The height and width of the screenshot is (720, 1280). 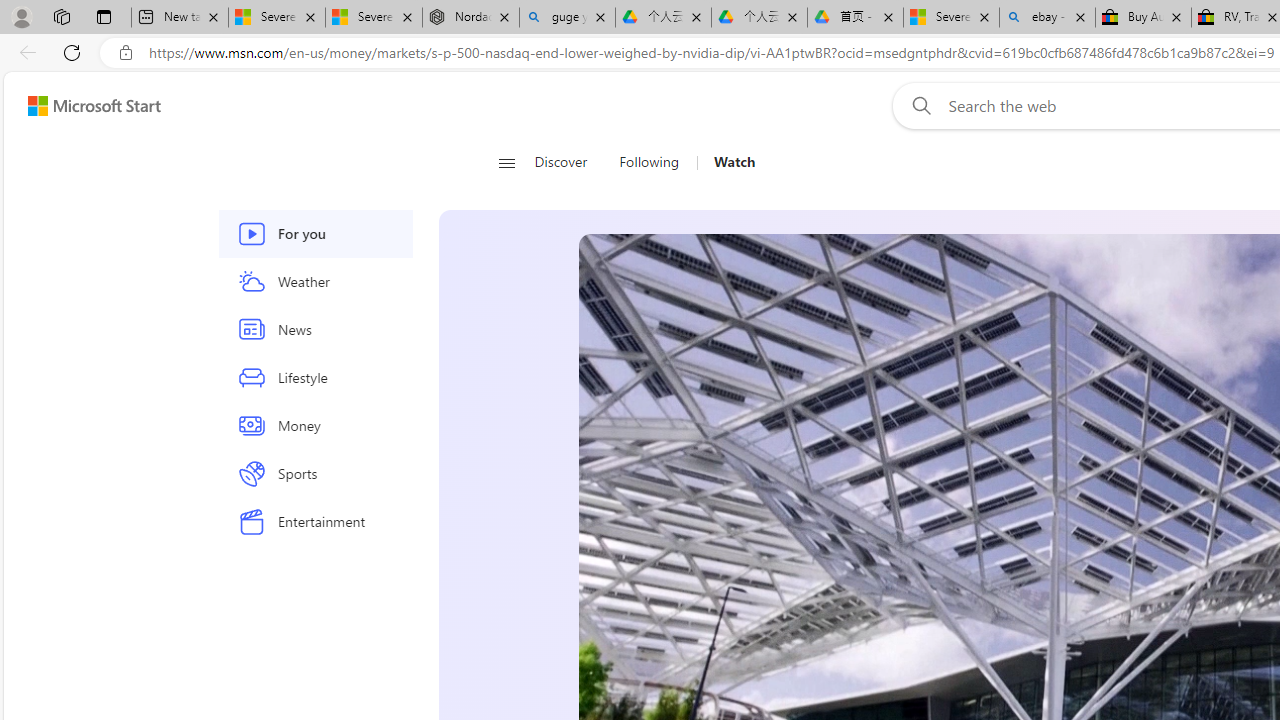 I want to click on 'Buy Auto Parts & Accessories | eBay', so click(x=1143, y=17).